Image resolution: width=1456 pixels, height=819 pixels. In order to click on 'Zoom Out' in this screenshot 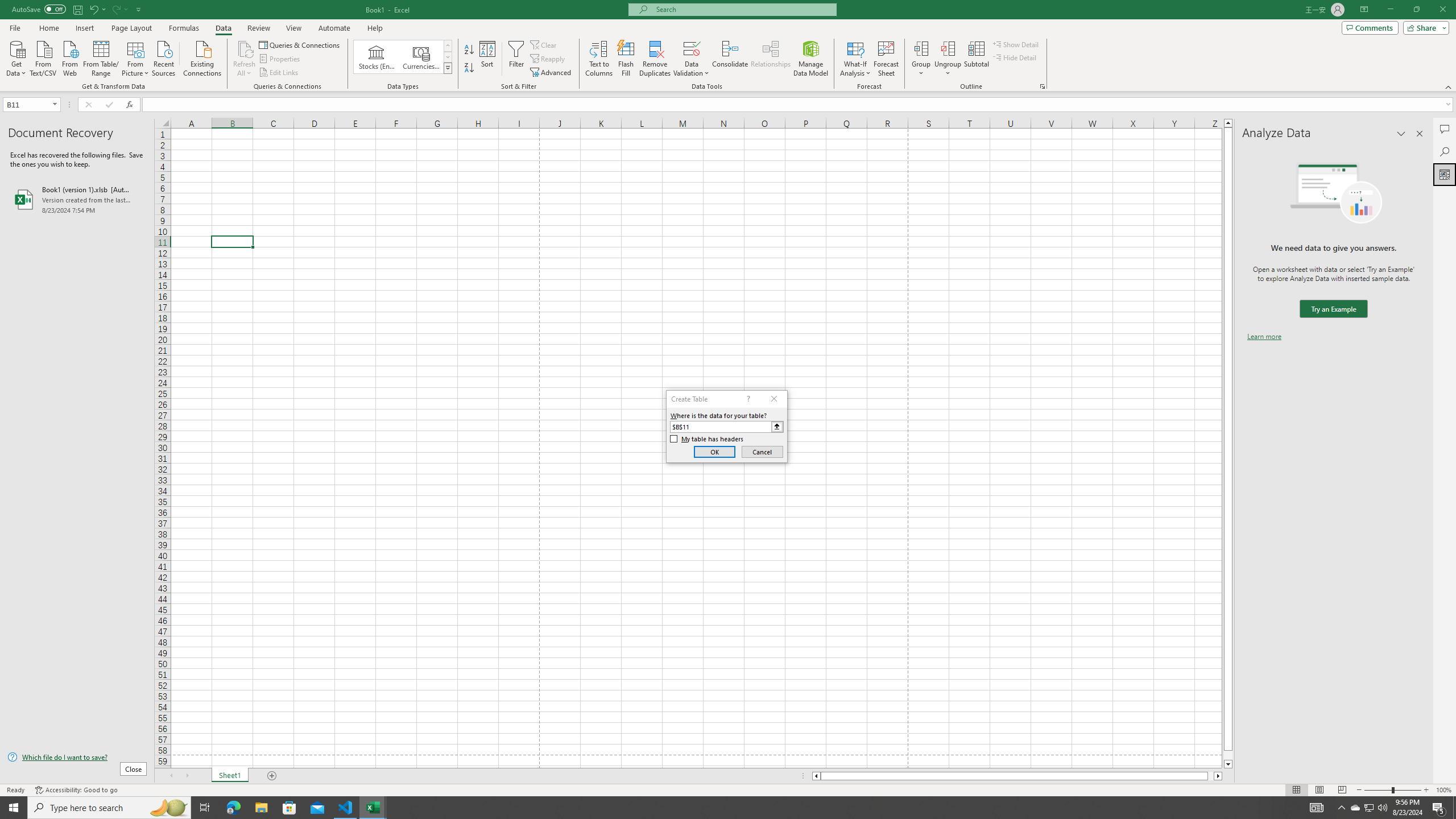, I will do `click(1378, 790)`.